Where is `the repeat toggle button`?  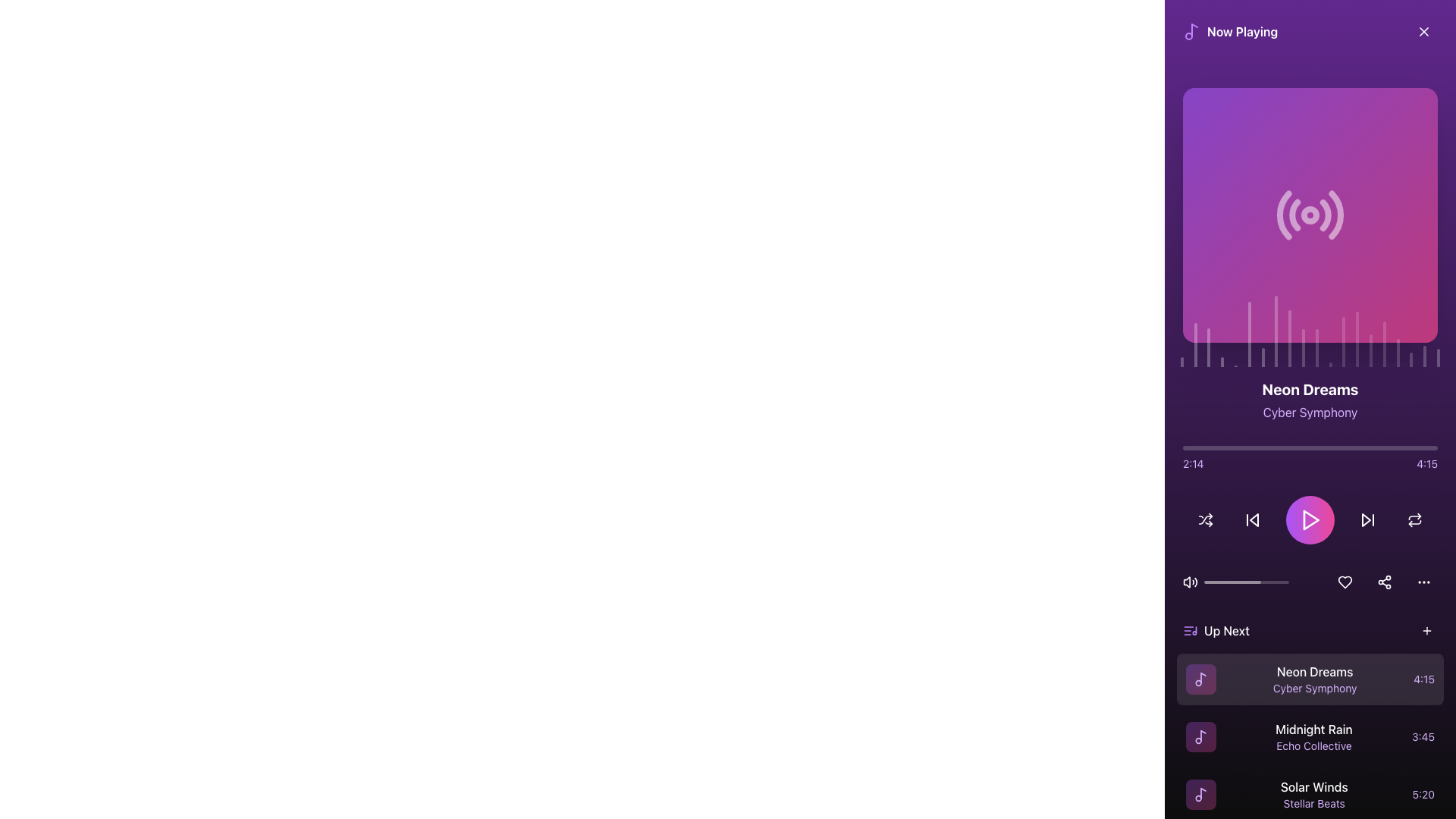 the repeat toggle button is located at coordinates (1414, 519).